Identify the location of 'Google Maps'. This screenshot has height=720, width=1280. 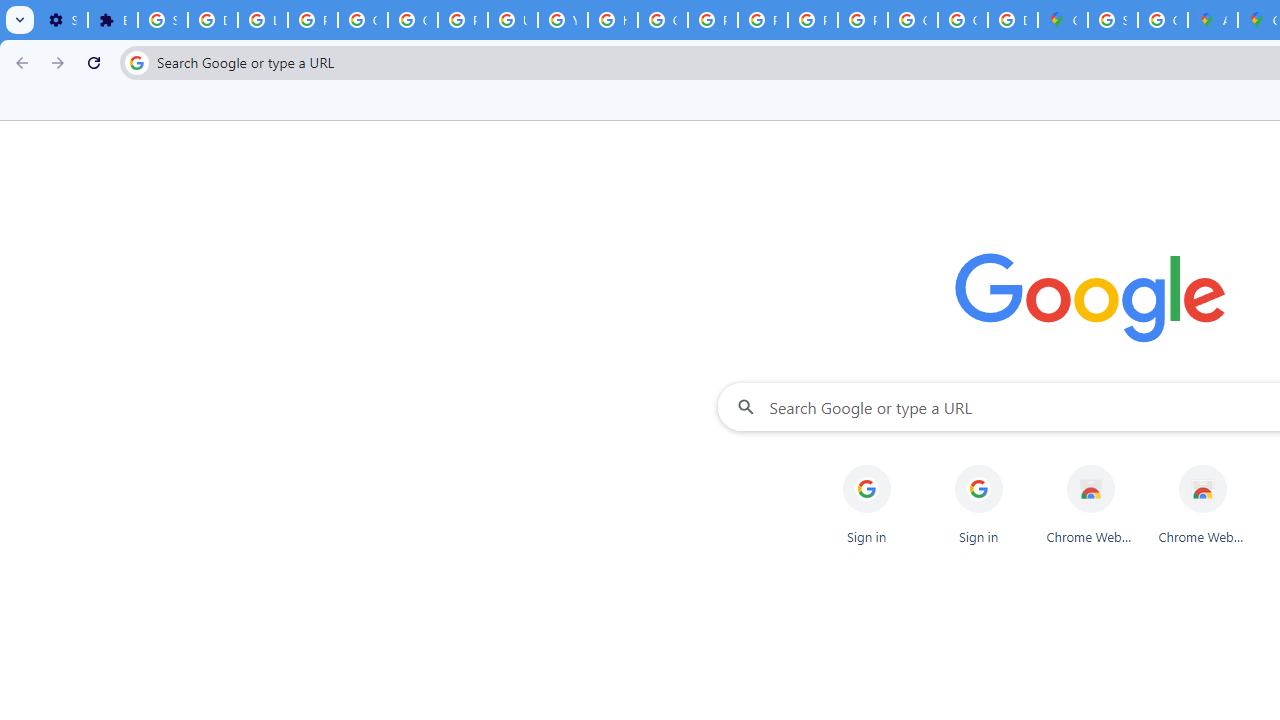
(1062, 20).